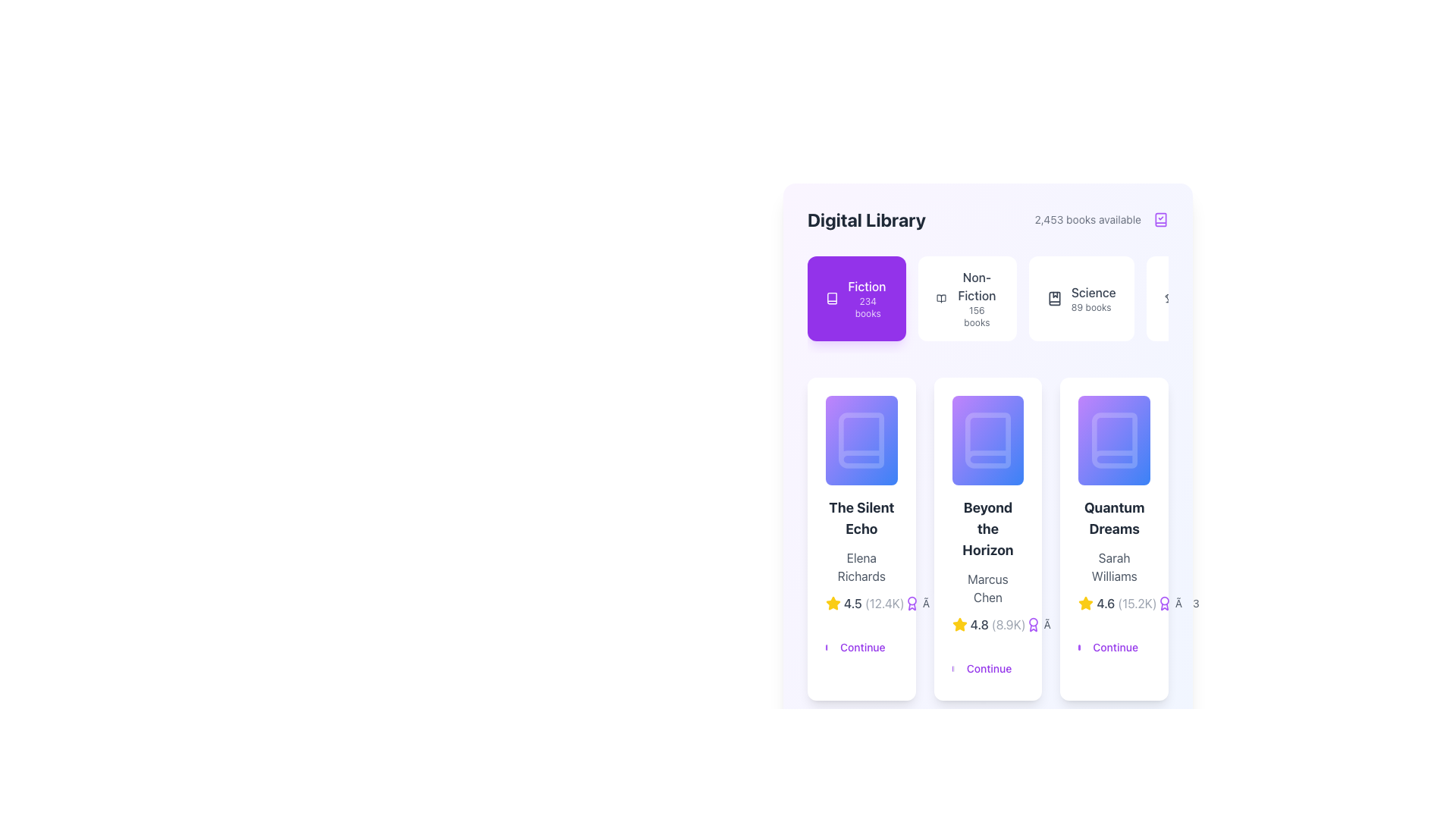 The image size is (1456, 819). What do you see at coordinates (1094, 298) in the screenshot?
I see `the 'Science' category label text block` at bounding box center [1094, 298].